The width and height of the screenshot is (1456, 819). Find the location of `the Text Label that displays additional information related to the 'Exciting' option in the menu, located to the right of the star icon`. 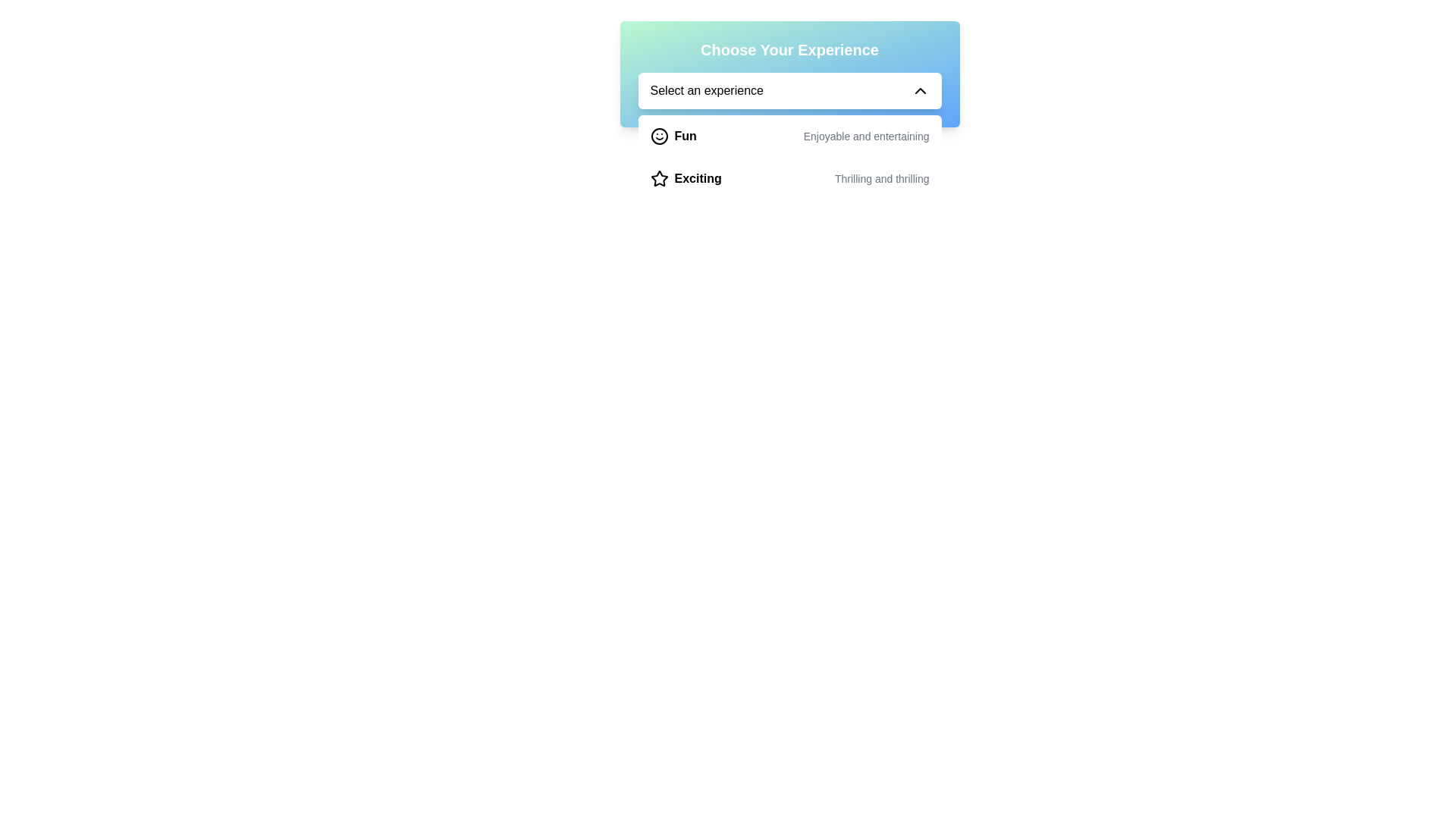

the Text Label that displays additional information related to the 'Exciting' option in the menu, located to the right of the star icon is located at coordinates (882, 177).